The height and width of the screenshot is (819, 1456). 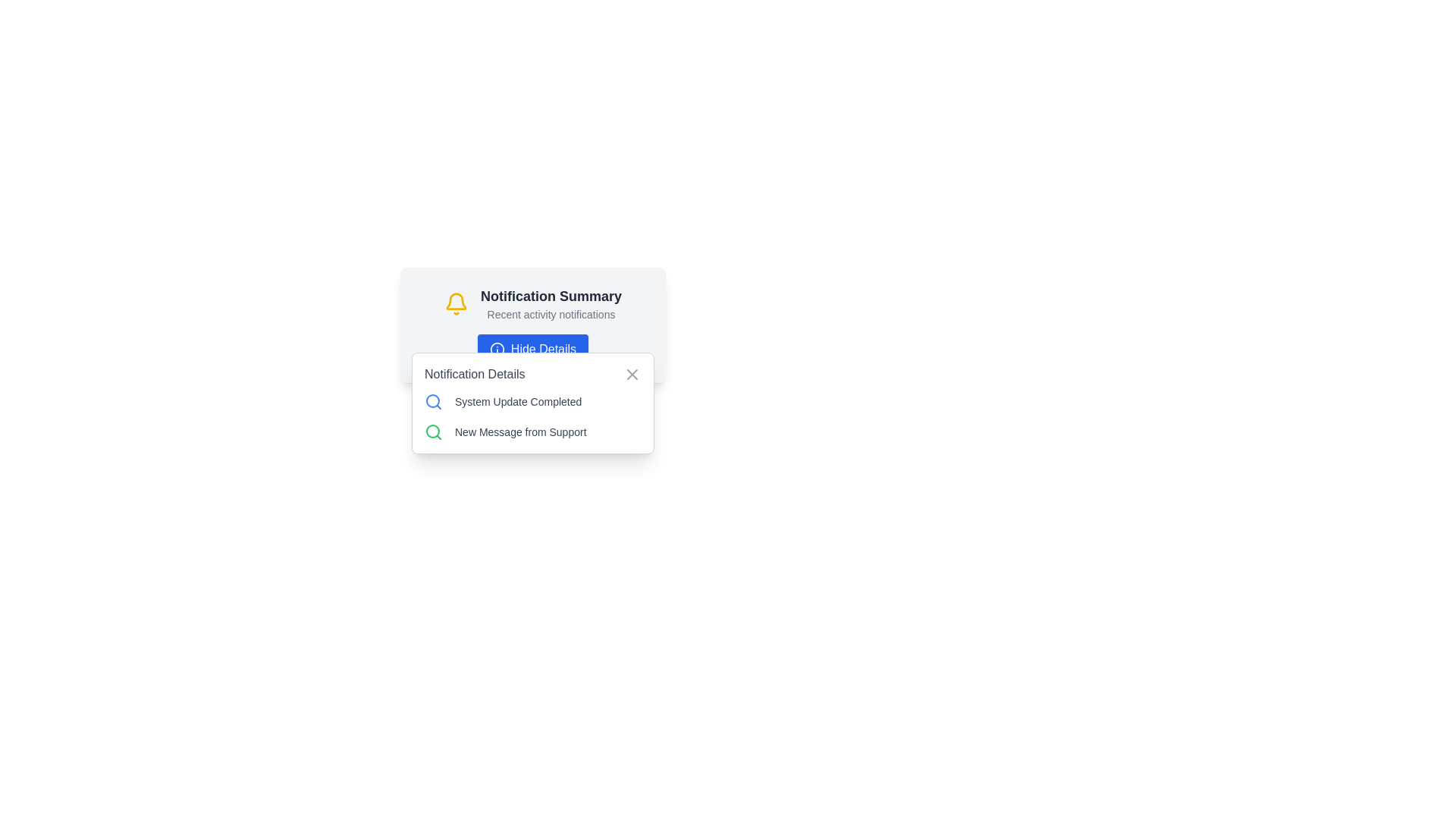 I want to click on the notification overview panel located at the top center of the notification interface, above the 'Notification Details' section, so click(x=532, y=324).